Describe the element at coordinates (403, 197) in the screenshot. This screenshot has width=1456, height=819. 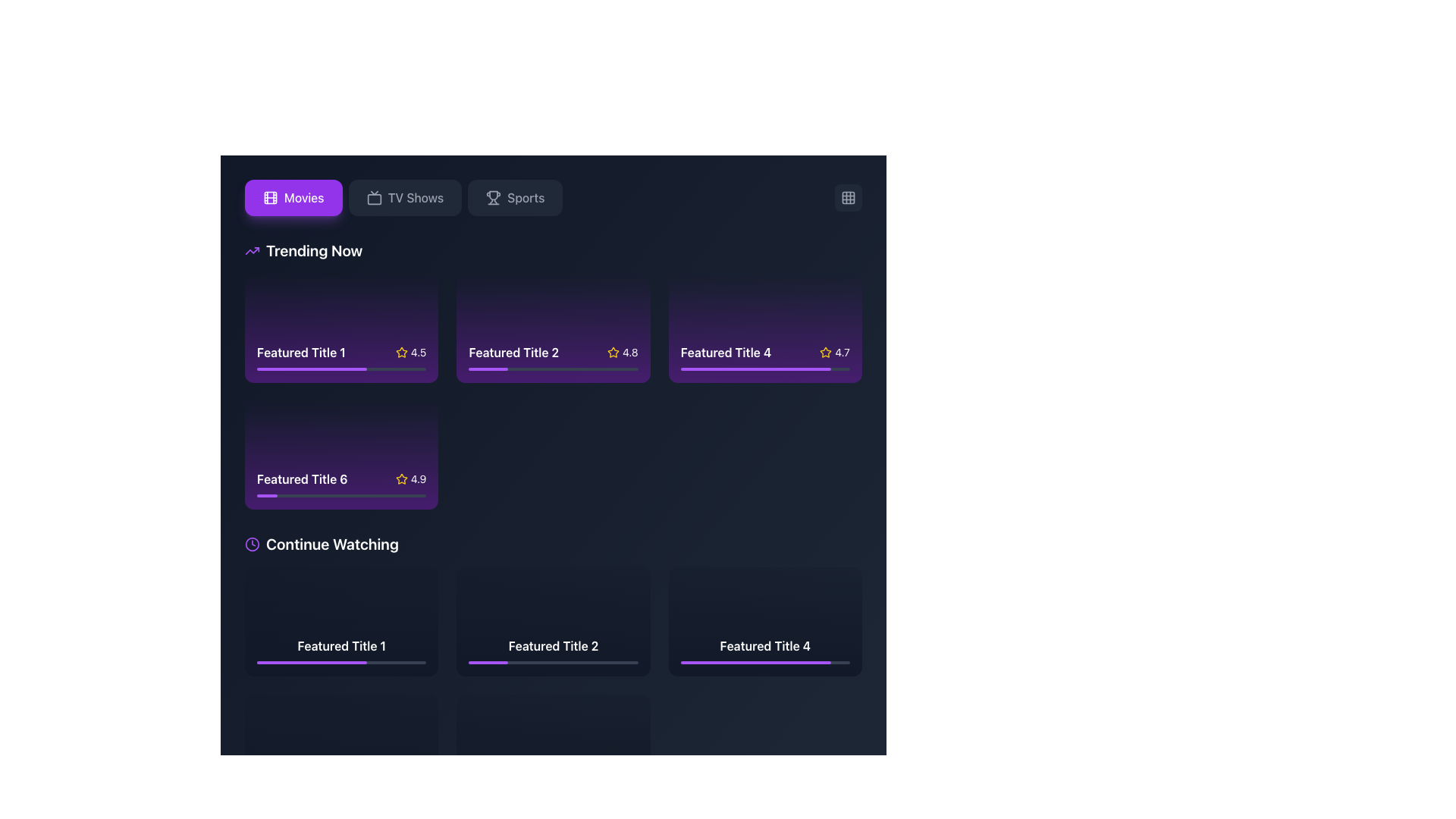
I see `the 'TV Shows' navigation button, which is a rounded rectangle with a television icon and the text 'TV Shows', located between the 'Movies' button (highlighted in purple) and the 'Sports' button` at that location.